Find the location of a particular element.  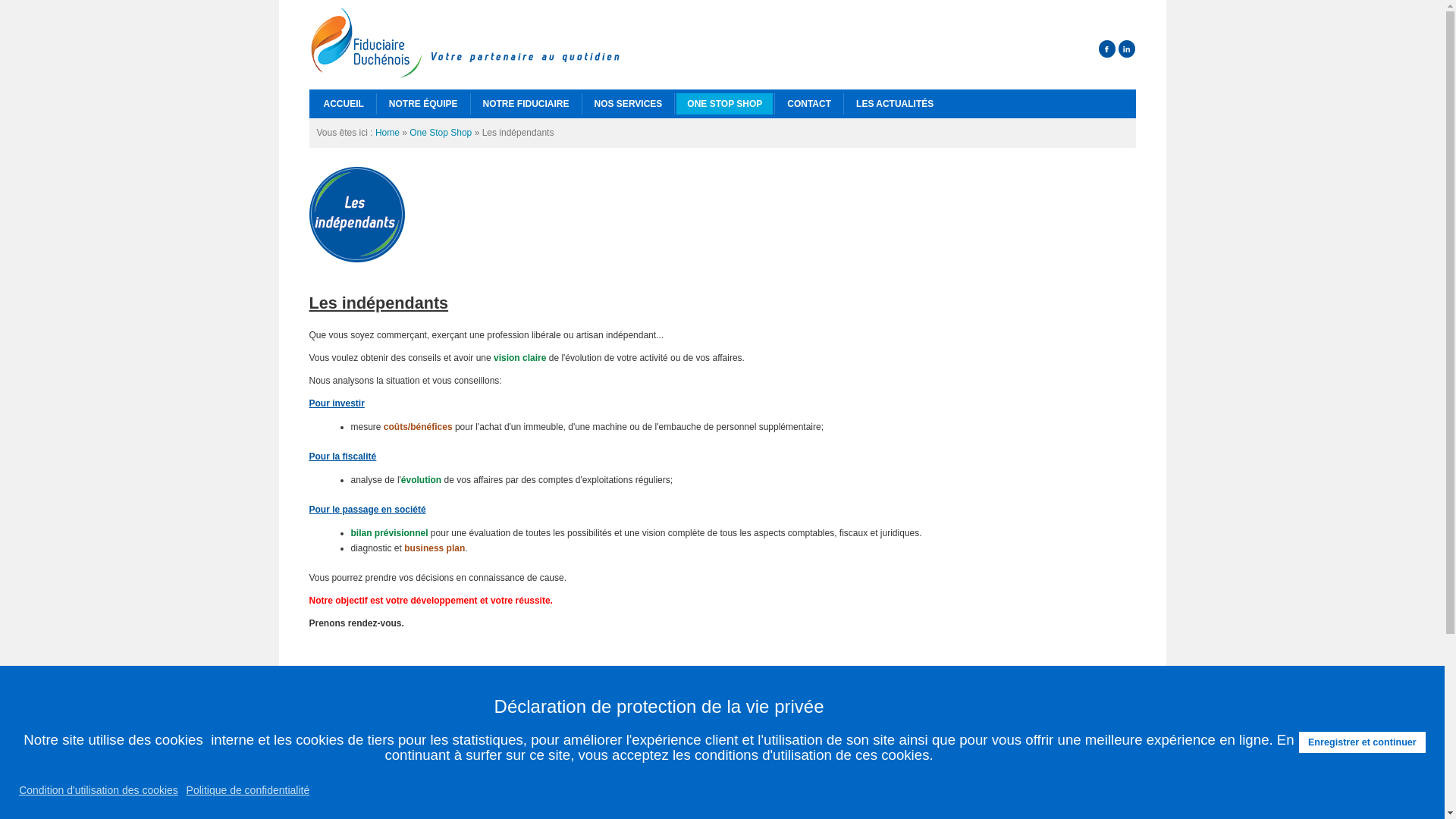

'ACCUEIL' is located at coordinates (342, 103).